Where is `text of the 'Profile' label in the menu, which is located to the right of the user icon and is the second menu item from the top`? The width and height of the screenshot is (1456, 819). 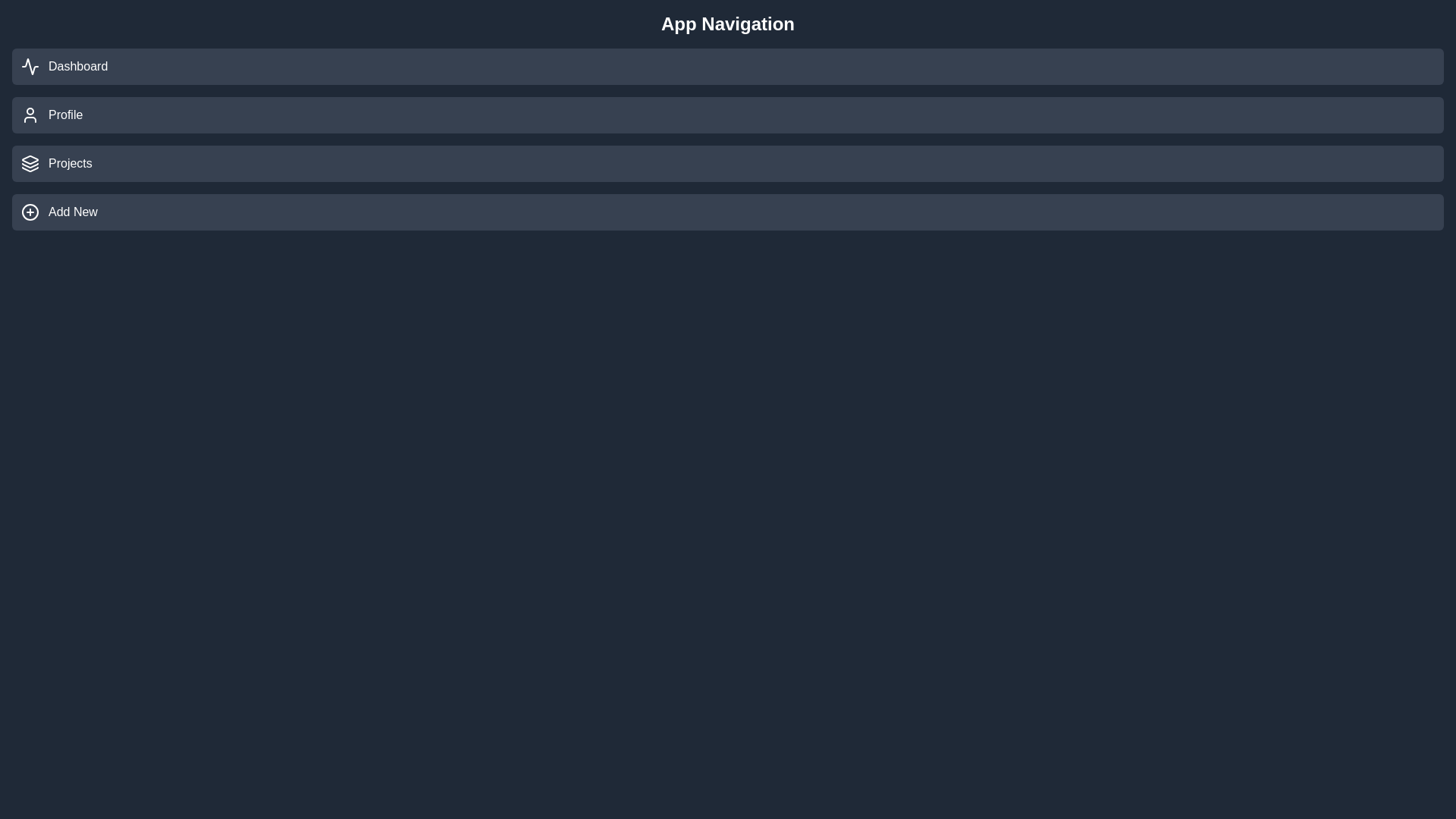
text of the 'Profile' label in the menu, which is located to the right of the user icon and is the second menu item from the top is located at coordinates (64, 114).